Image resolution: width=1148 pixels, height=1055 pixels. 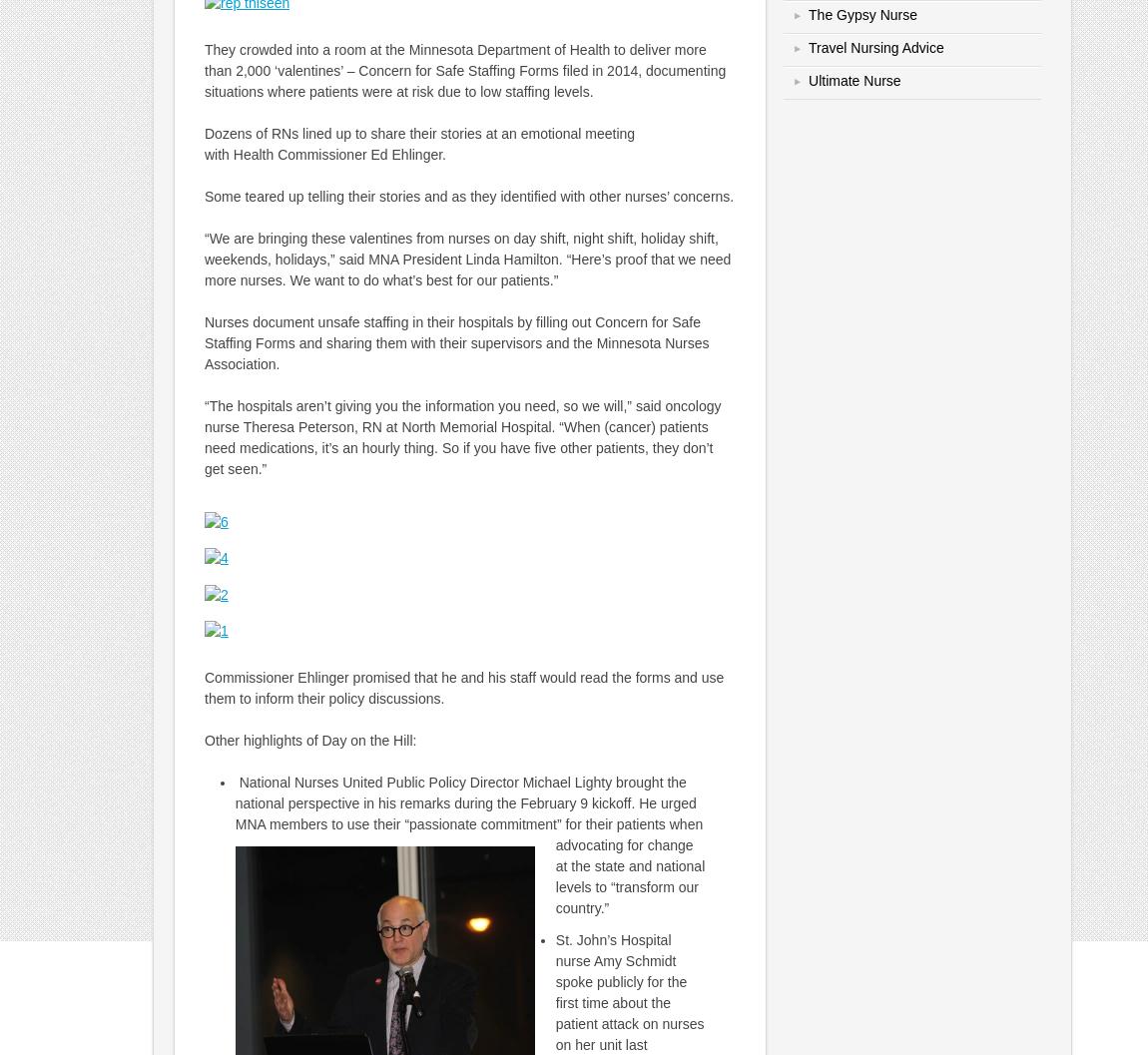 What do you see at coordinates (464, 71) in the screenshot?
I see `'They crowded into a room at the Minnesota Department of Health to deliver more than 2,000 ‘valentines’ – Concern for Safe Staffing Forms filed in 2014, documenting situations where patients were at risk due to low staffing levels.'` at bounding box center [464, 71].